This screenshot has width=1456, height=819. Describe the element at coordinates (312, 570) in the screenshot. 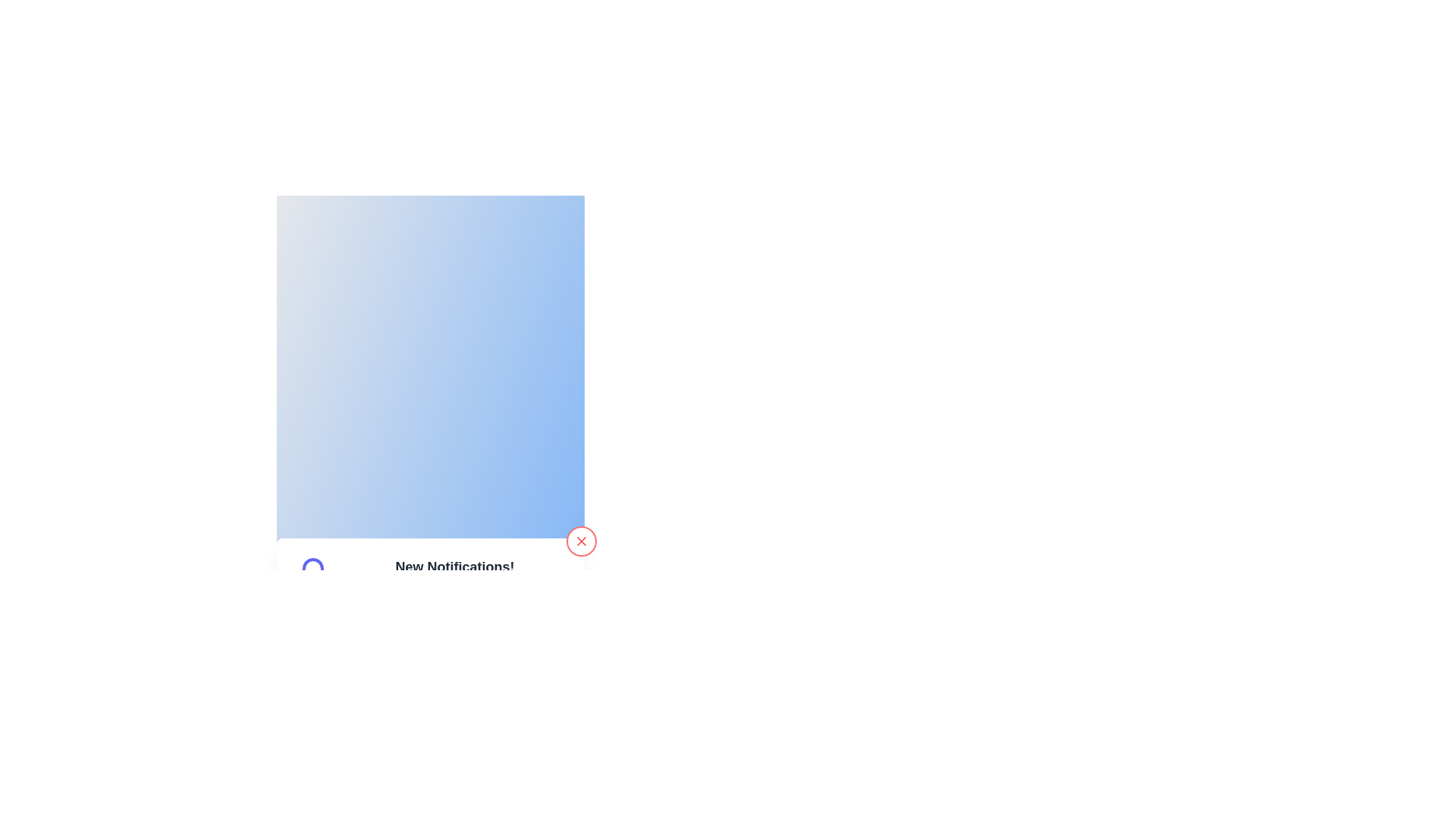

I see `the notification bell icon, which has a flared bell shape and a light blue-to-indigo gradient, located at the bottom-left corner of the interface` at that location.